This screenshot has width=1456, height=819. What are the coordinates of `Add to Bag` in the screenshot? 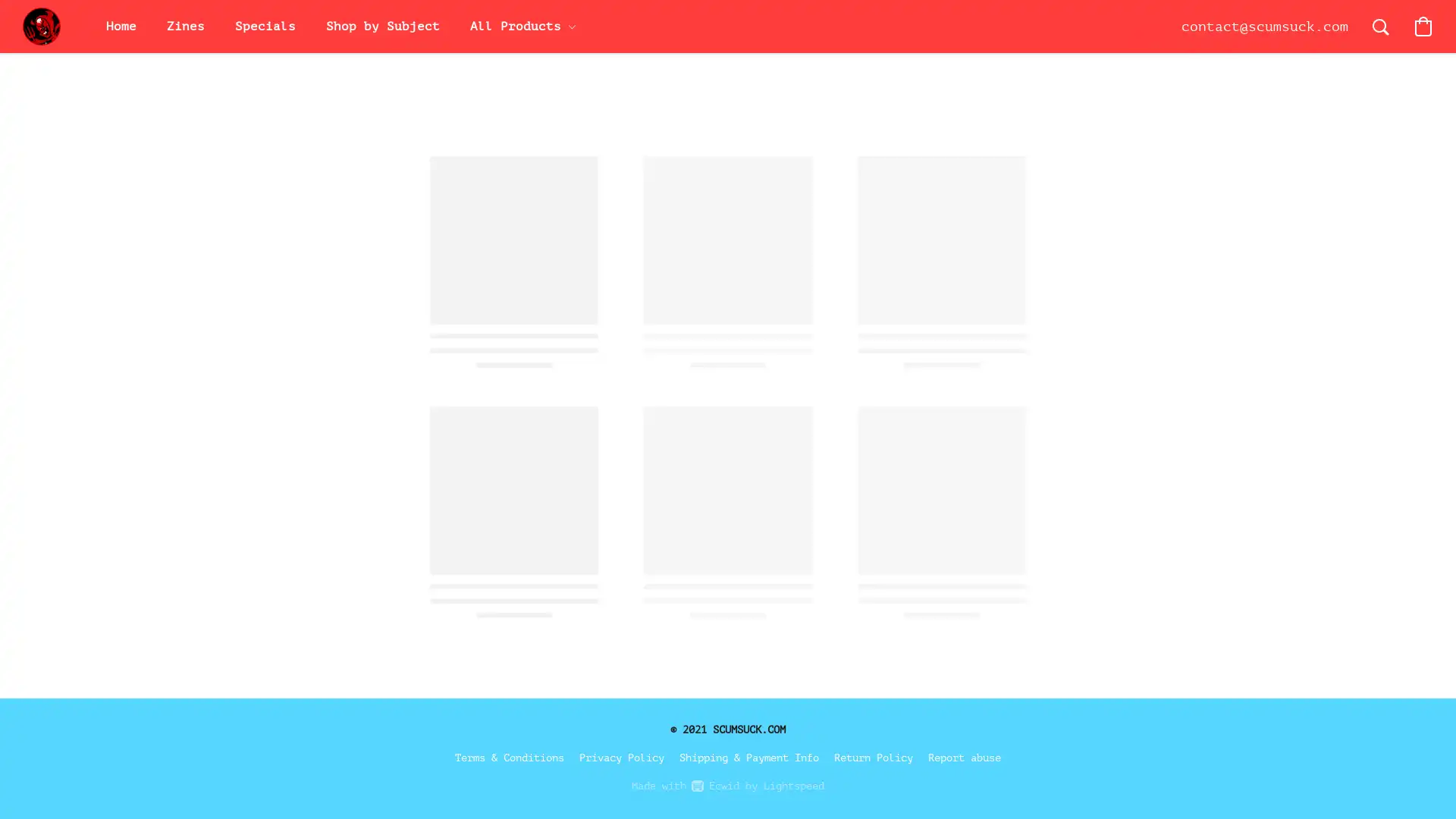 It's located at (993, 381).